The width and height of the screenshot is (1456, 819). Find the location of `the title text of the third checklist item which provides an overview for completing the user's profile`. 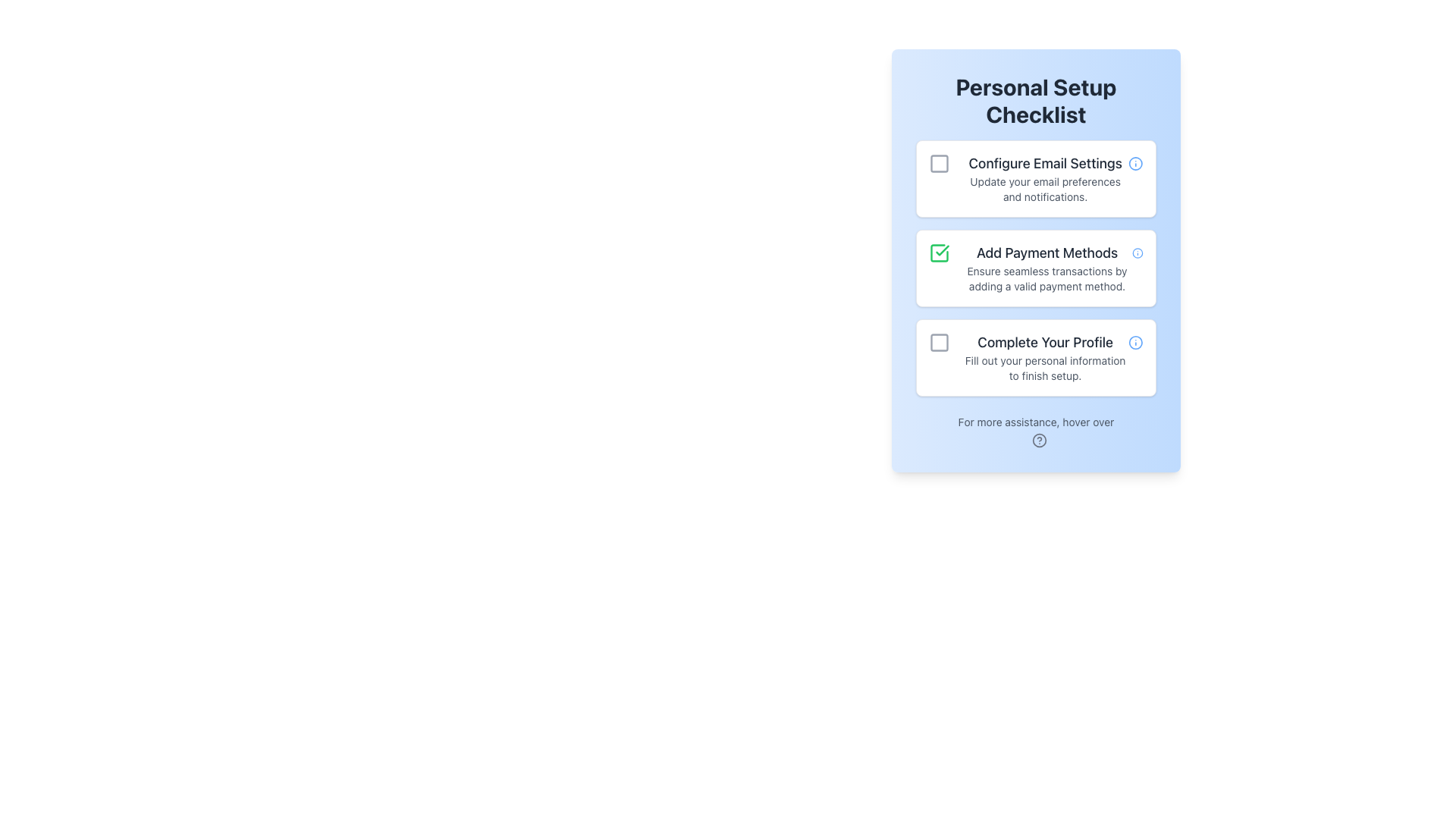

the title text of the third checklist item which provides an overview for completing the user's profile is located at coordinates (1044, 342).